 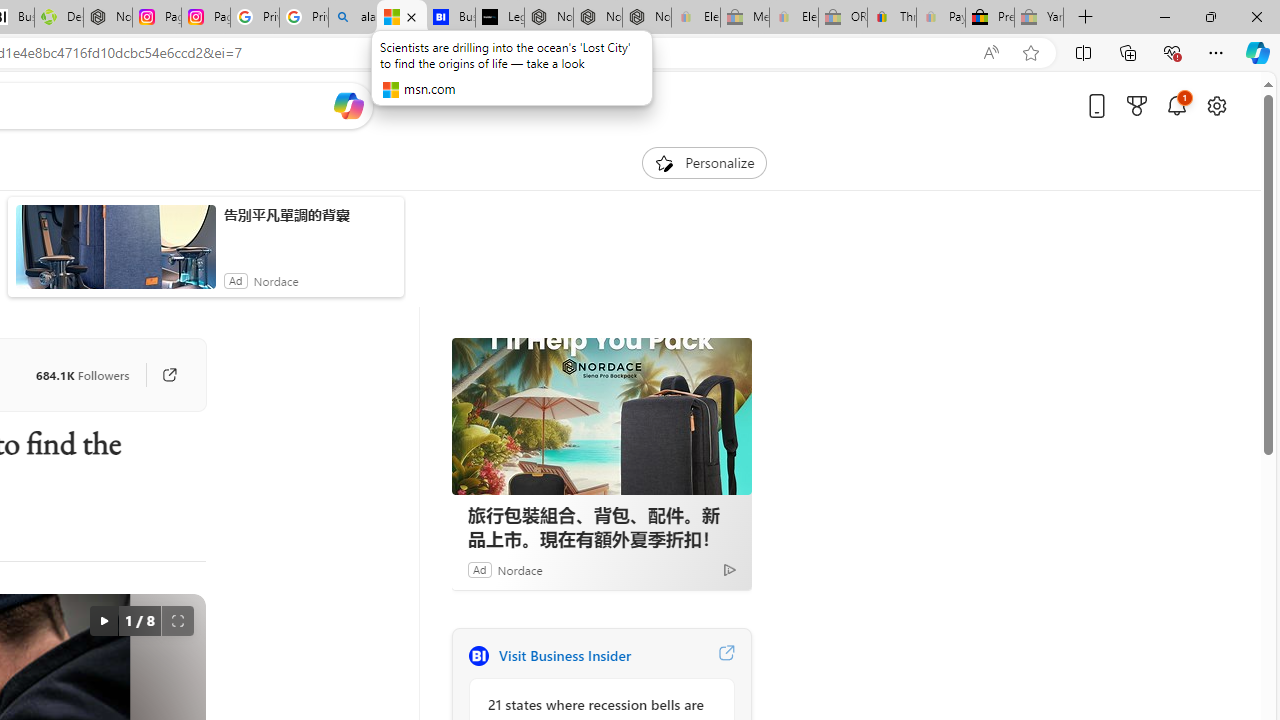 I want to click on 'Visit Business Insider website', so click(x=725, y=655).